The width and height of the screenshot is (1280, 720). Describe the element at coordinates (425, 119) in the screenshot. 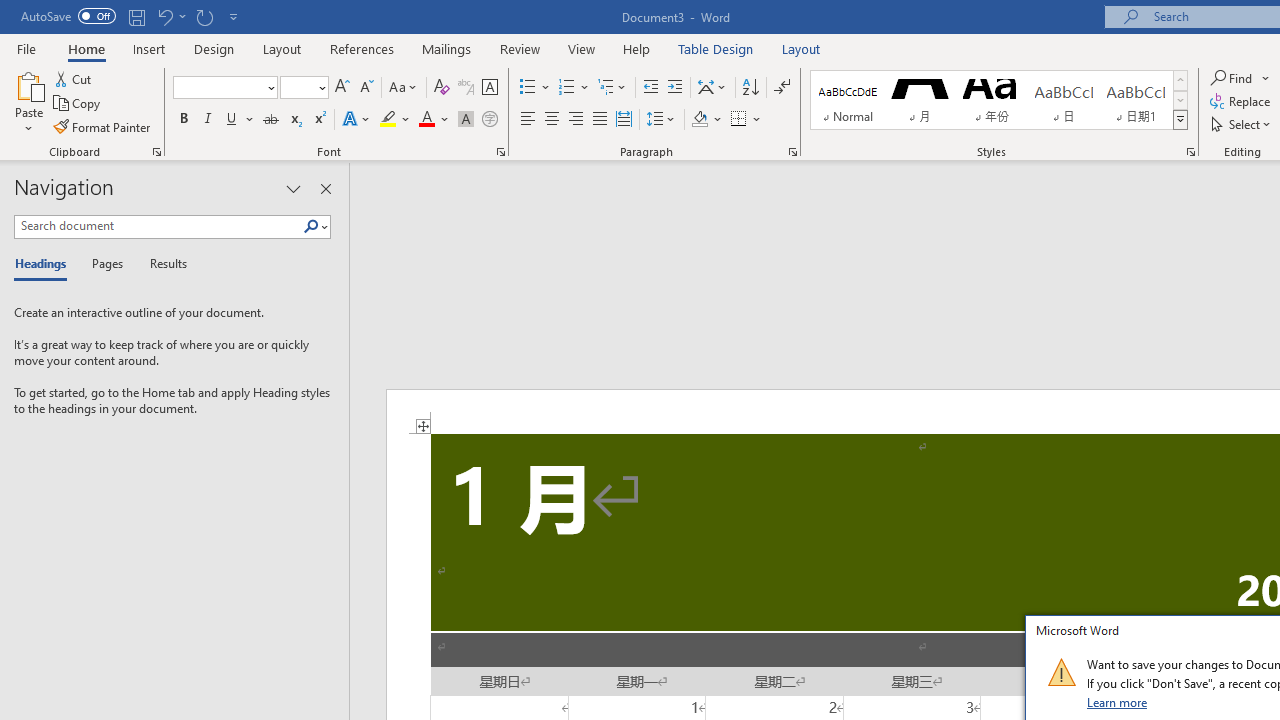

I see `'Font Color RGB(255, 0, 0)'` at that location.